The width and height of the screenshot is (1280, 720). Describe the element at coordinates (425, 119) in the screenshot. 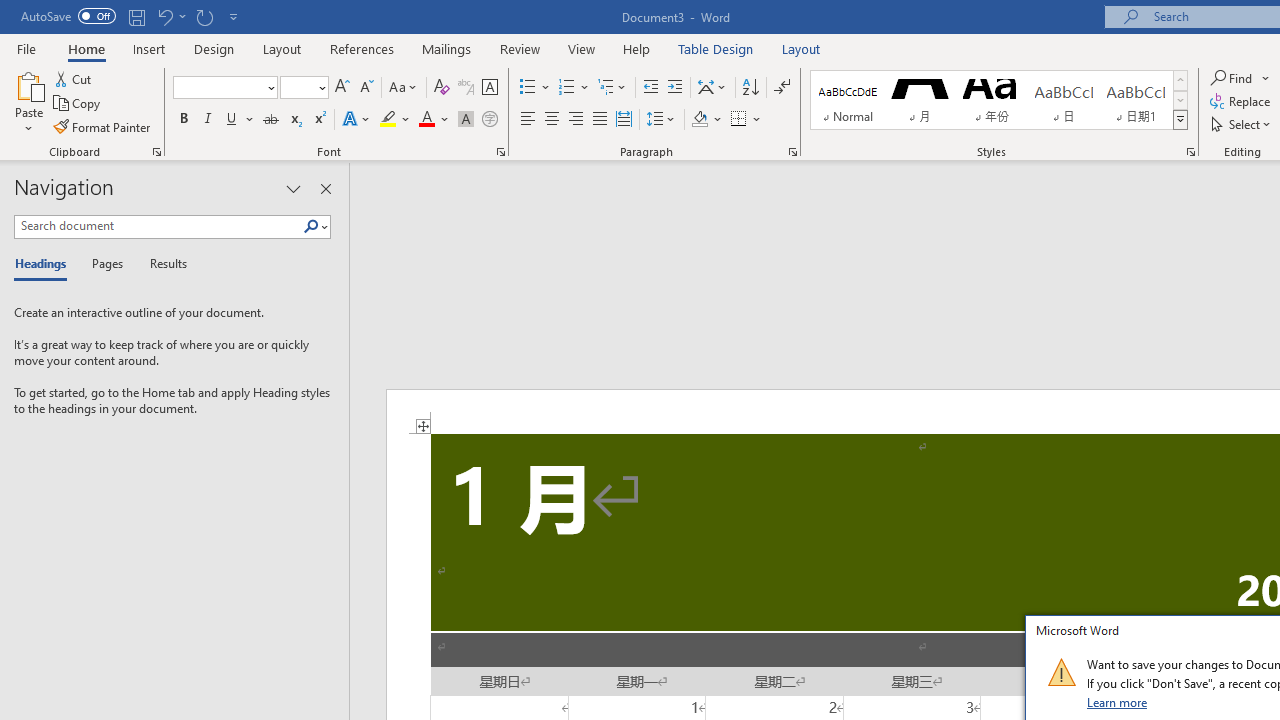

I see `'Font Color RGB(255, 0, 0)'` at that location.